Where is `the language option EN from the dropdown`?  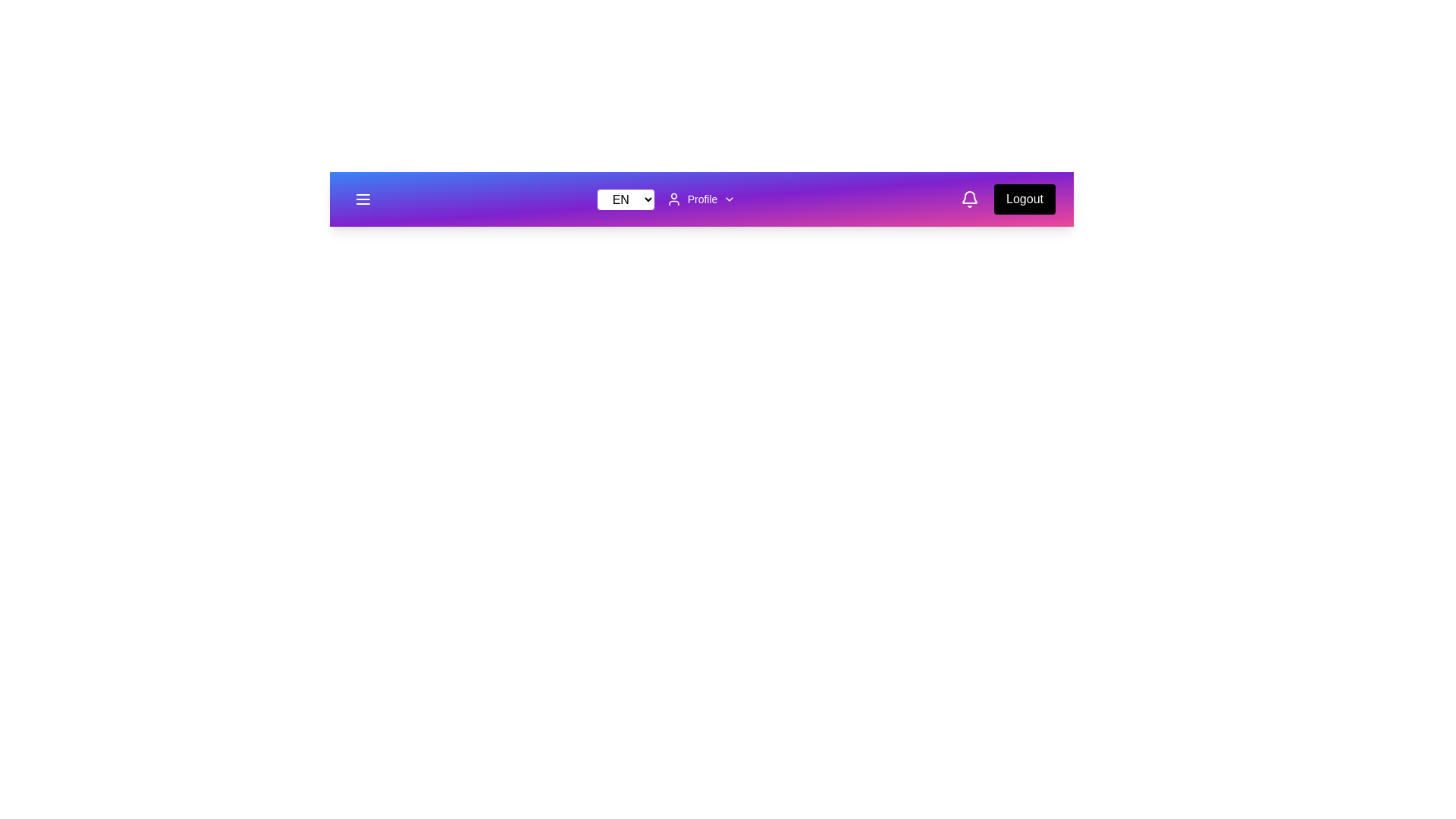 the language option EN from the dropdown is located at coordinates (626, 198).